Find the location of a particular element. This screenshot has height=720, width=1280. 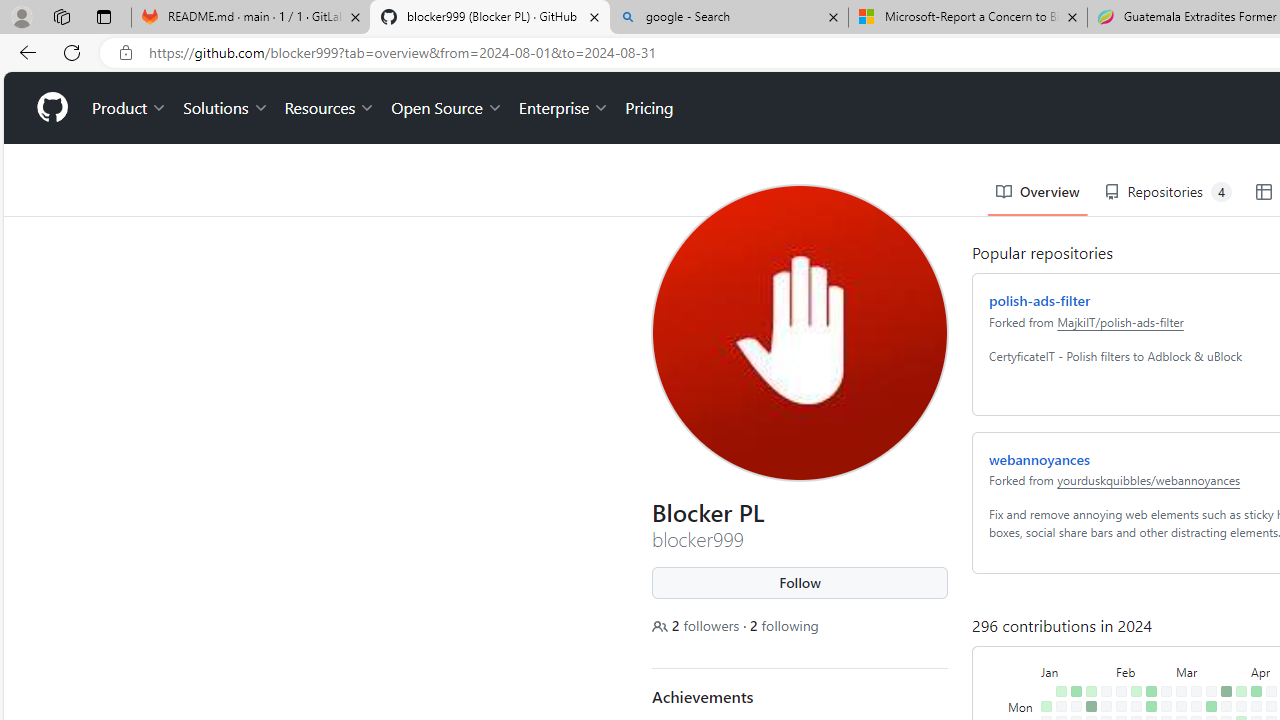

'No contributions on February 7th.' is located at coordinates (1116, 664).